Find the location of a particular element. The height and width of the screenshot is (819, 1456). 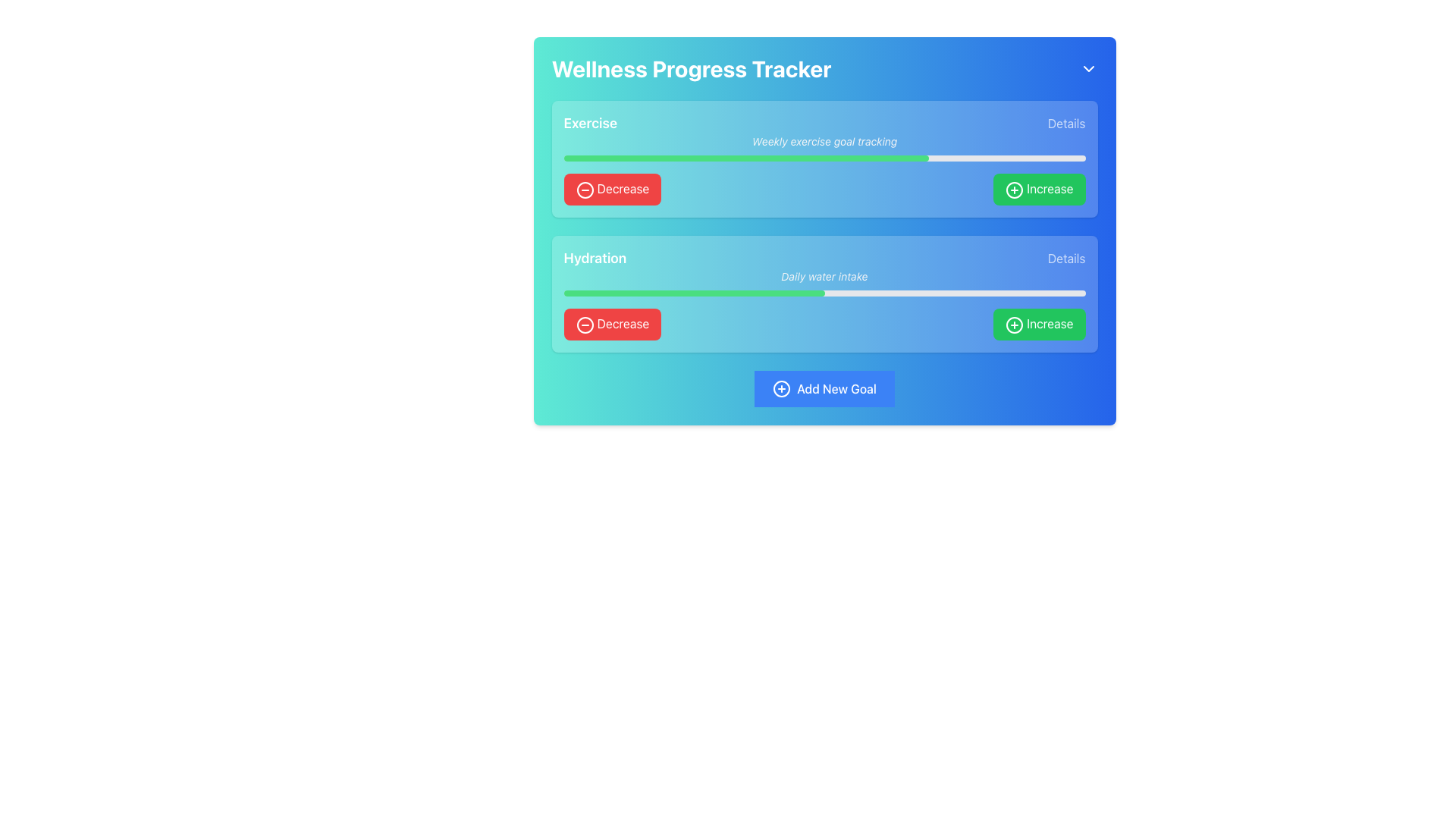

the green progress bar in the 'Exercise' section, which indicates 70% completion of the weekly exercise goal is located at coordinates (746, 158).